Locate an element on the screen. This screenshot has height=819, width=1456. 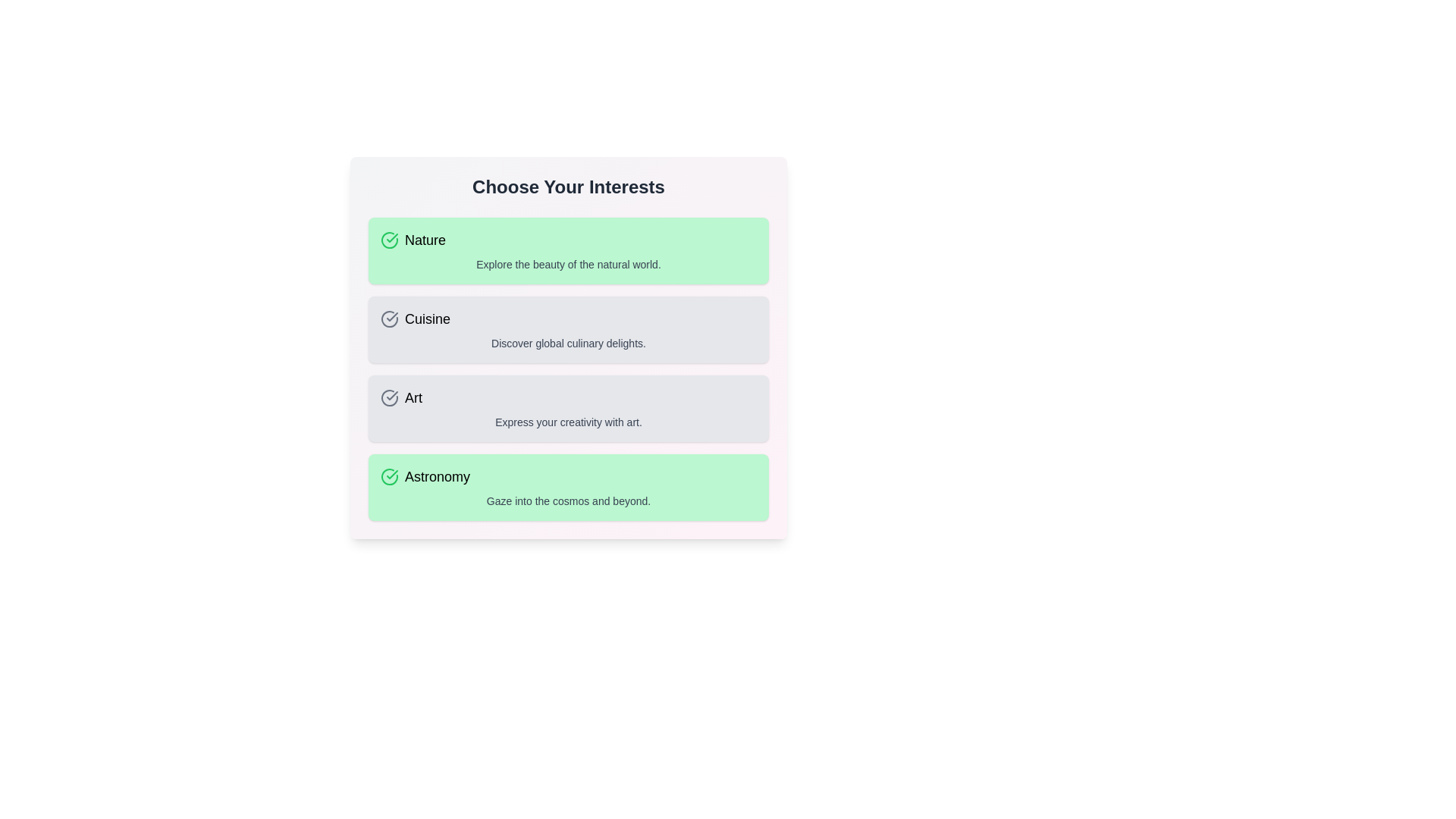
the interest item identified by Astronomy is located at coordinates (567, 488).